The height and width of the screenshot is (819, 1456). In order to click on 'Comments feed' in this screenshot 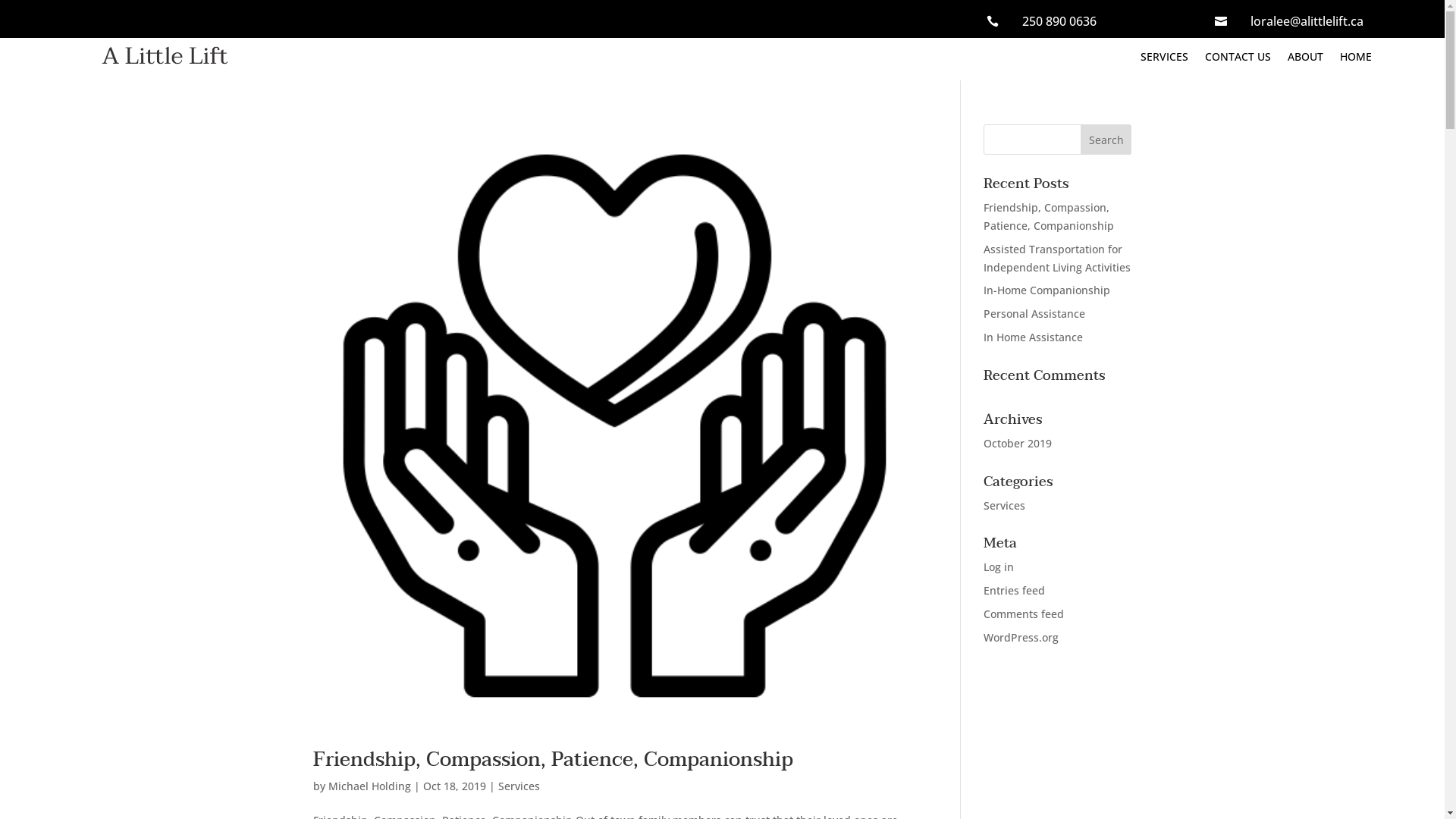, I will do `click(1023, 613)`.